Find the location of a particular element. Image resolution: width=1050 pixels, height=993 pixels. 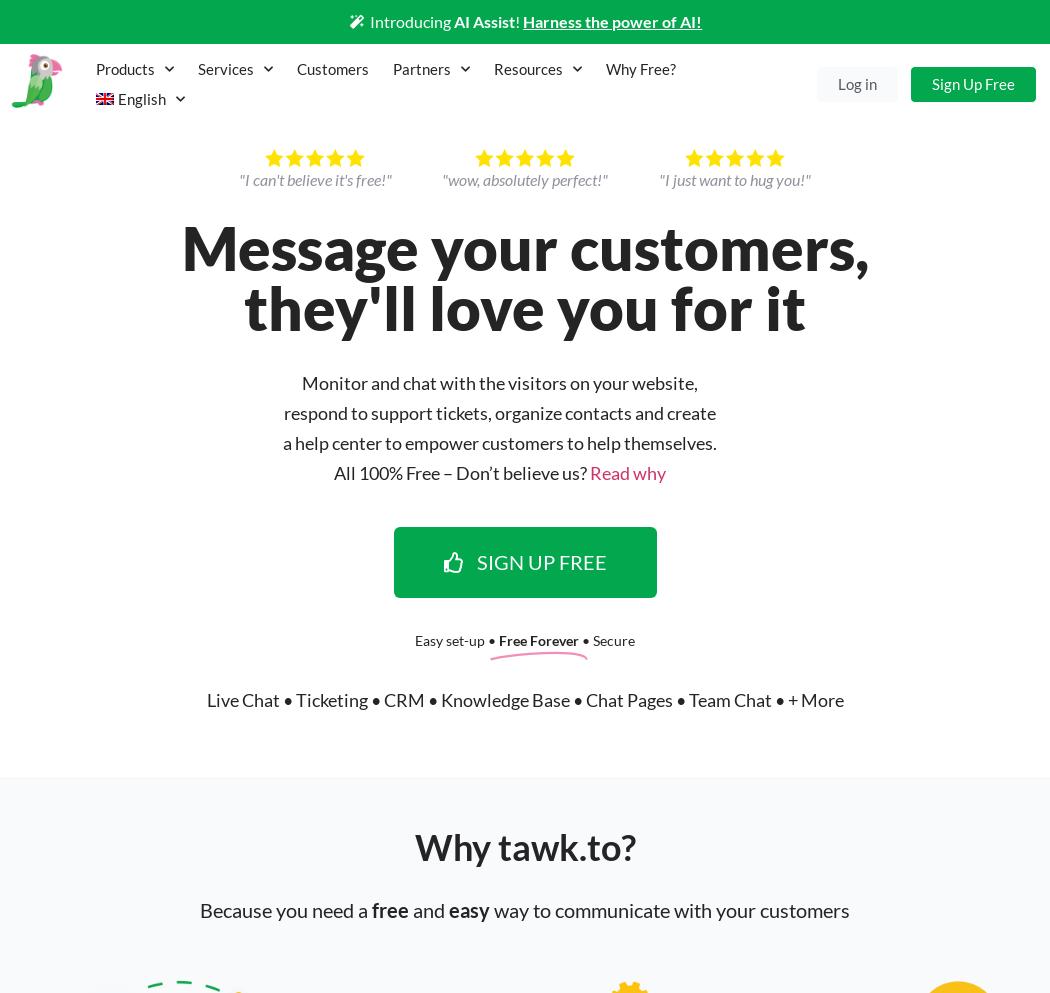

'Why Free?' is located at coordinates (605, 69).